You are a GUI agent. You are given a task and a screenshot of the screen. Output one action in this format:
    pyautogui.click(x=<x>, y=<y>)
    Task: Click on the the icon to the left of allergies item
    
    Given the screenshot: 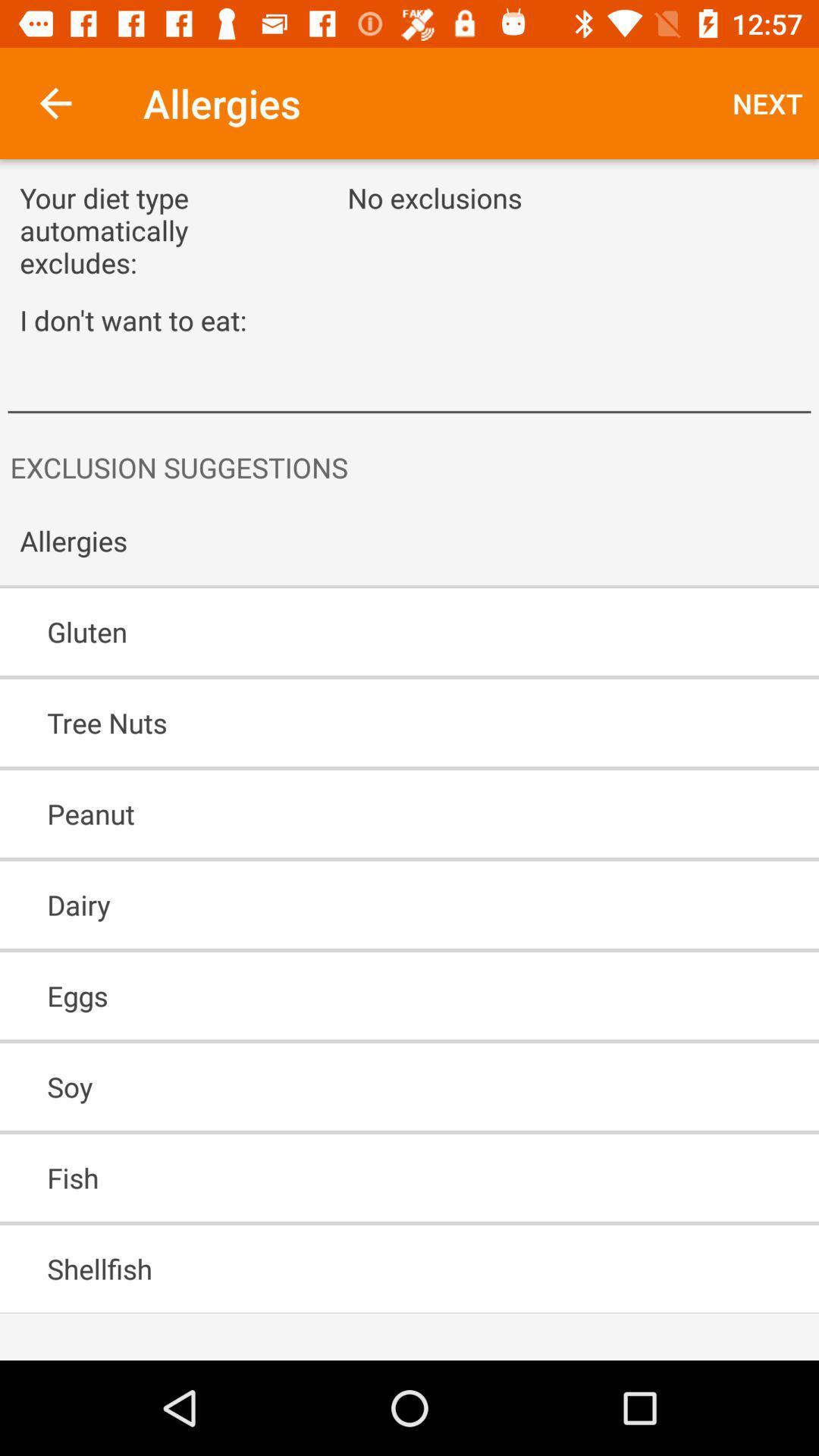 What is the action you would take?
    pyautogui.click(x=55, y=102)
    